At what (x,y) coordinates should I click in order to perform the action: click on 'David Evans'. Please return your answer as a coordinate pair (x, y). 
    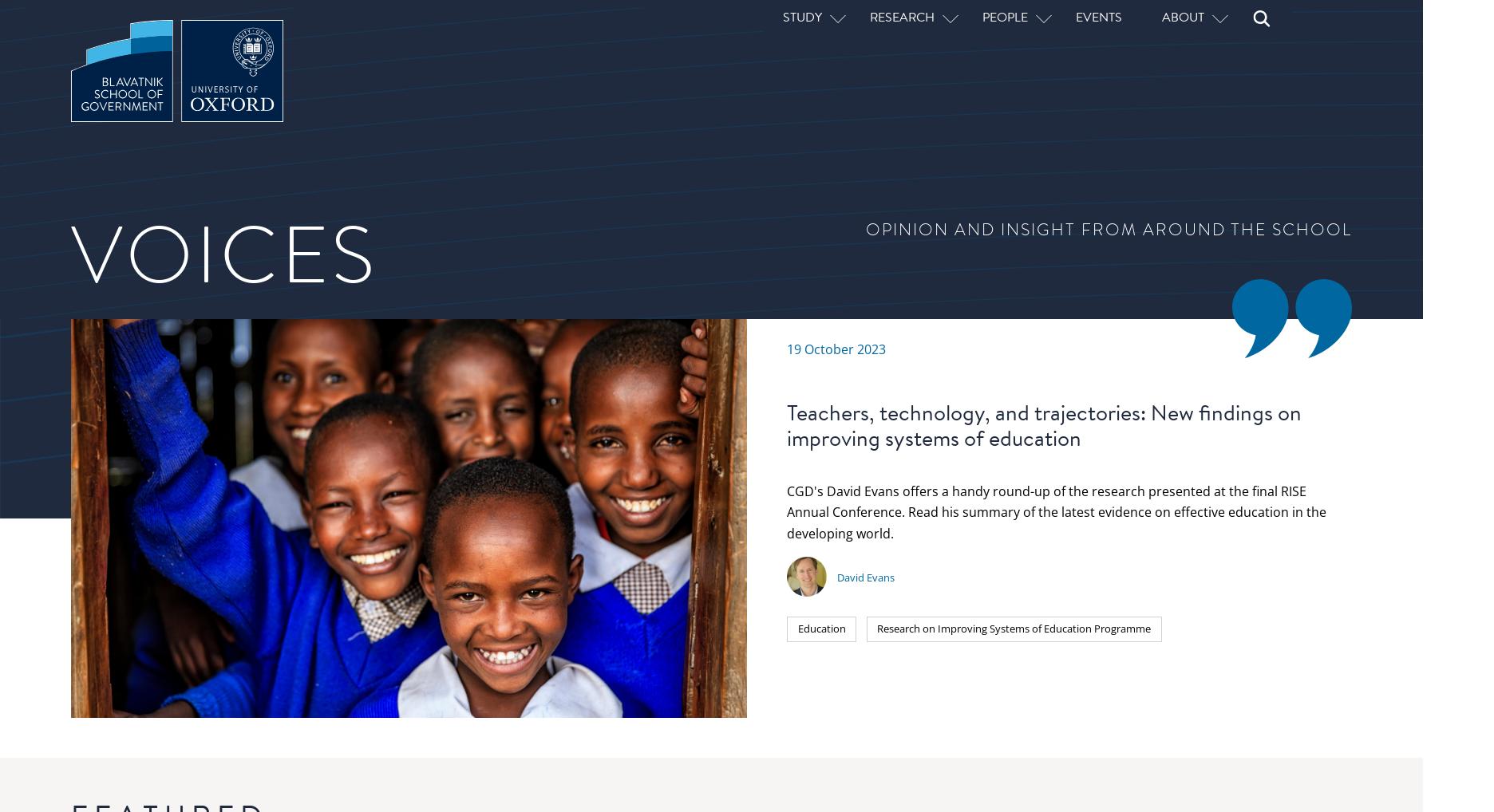
    Looking at the image, I should click on (589, 143).